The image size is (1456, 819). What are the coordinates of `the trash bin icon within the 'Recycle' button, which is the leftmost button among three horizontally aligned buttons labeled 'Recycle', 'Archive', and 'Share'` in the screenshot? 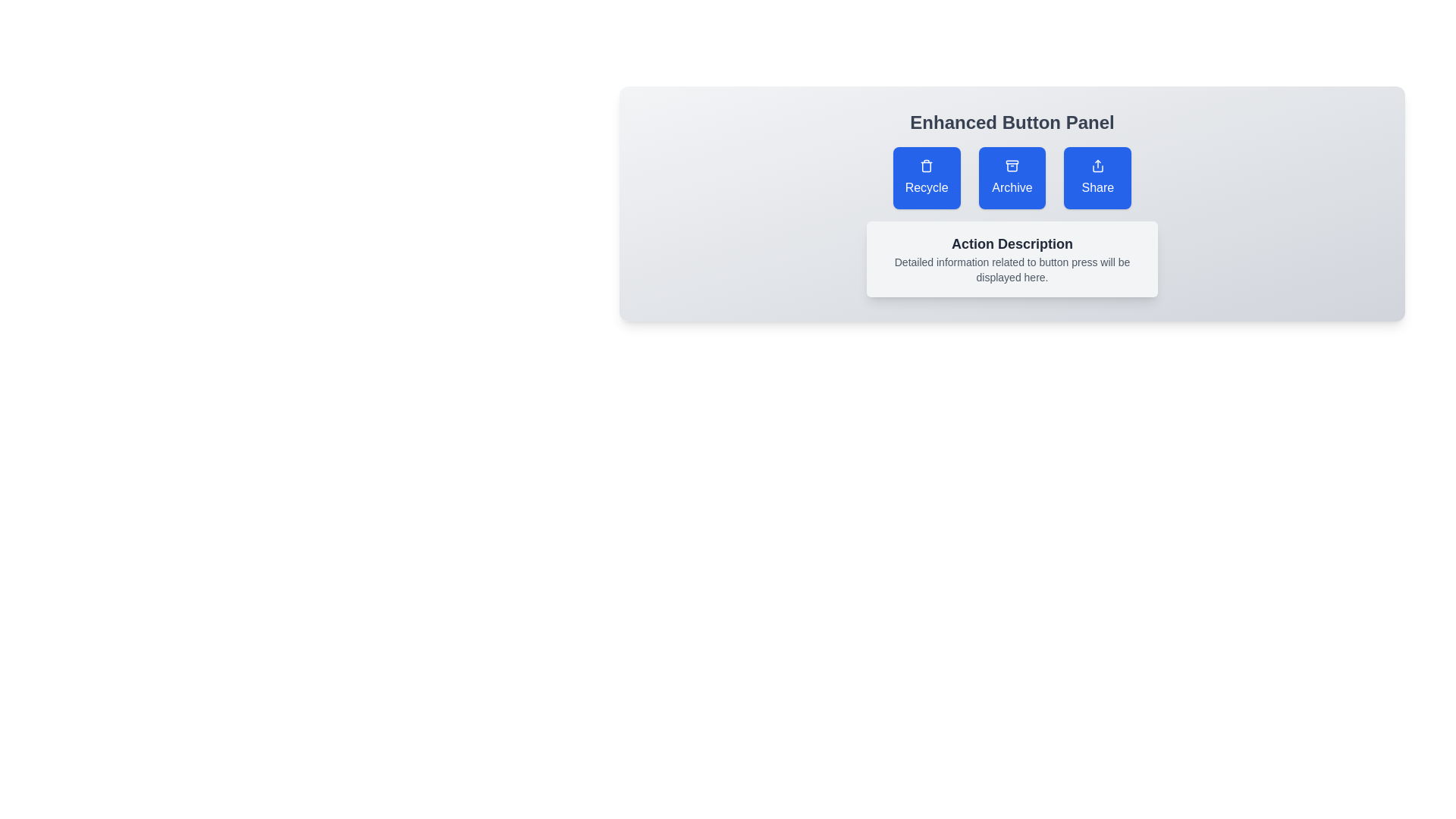 It's located at (926, 166).